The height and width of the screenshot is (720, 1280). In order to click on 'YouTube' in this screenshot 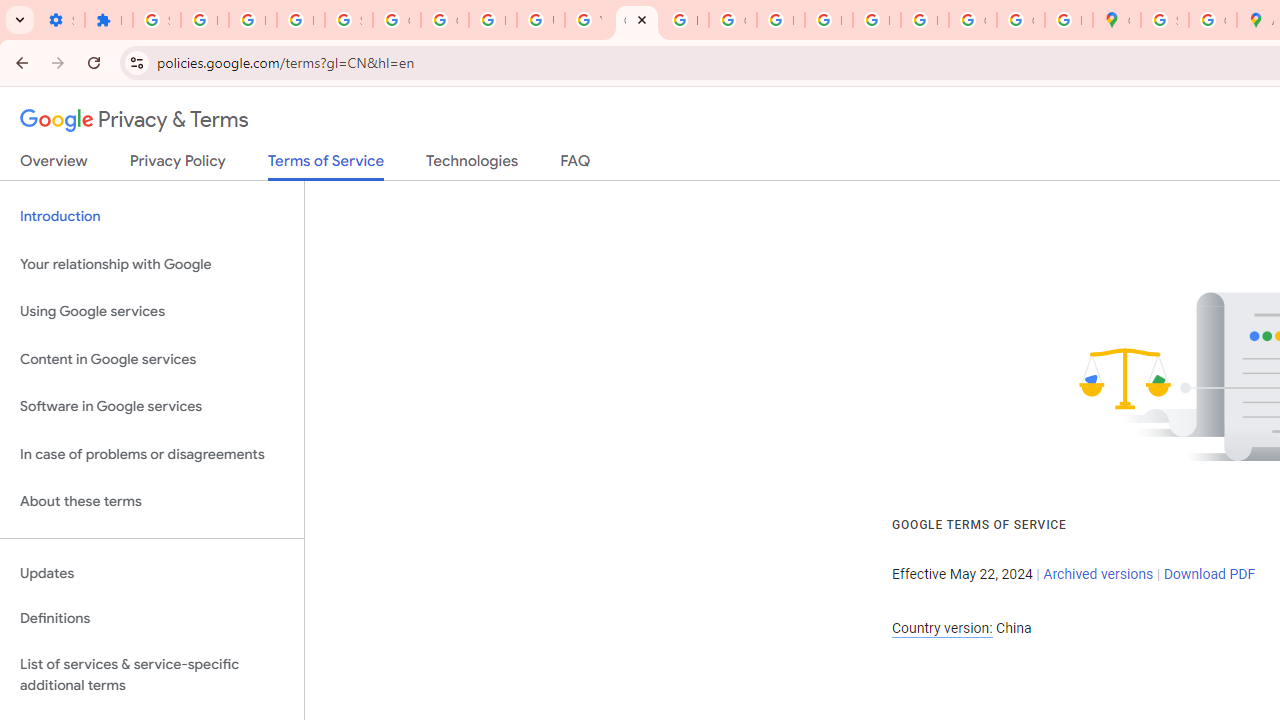, I will do `click(587, 20)`.